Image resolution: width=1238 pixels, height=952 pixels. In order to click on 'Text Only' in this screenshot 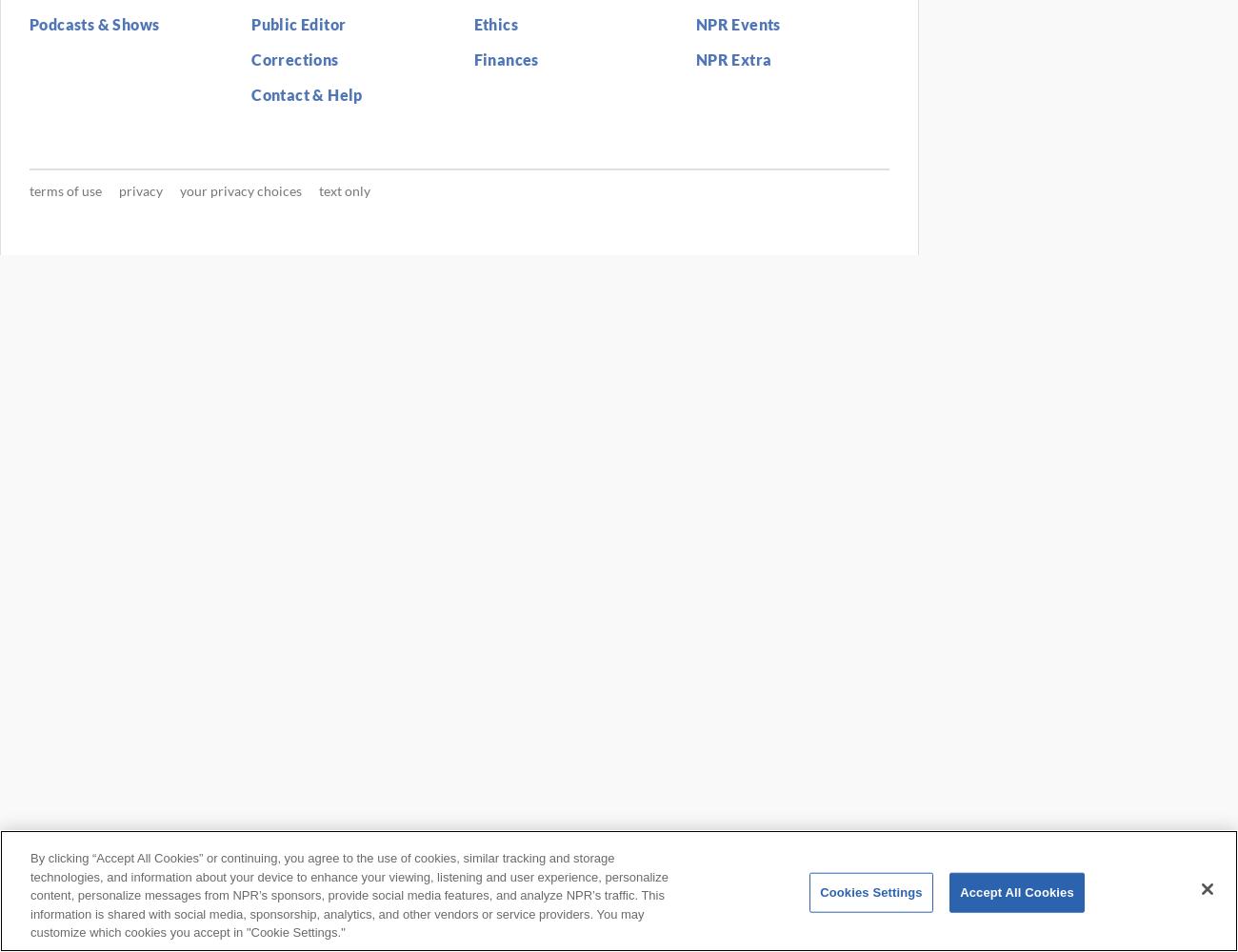, I will do `click(344, 188)`.